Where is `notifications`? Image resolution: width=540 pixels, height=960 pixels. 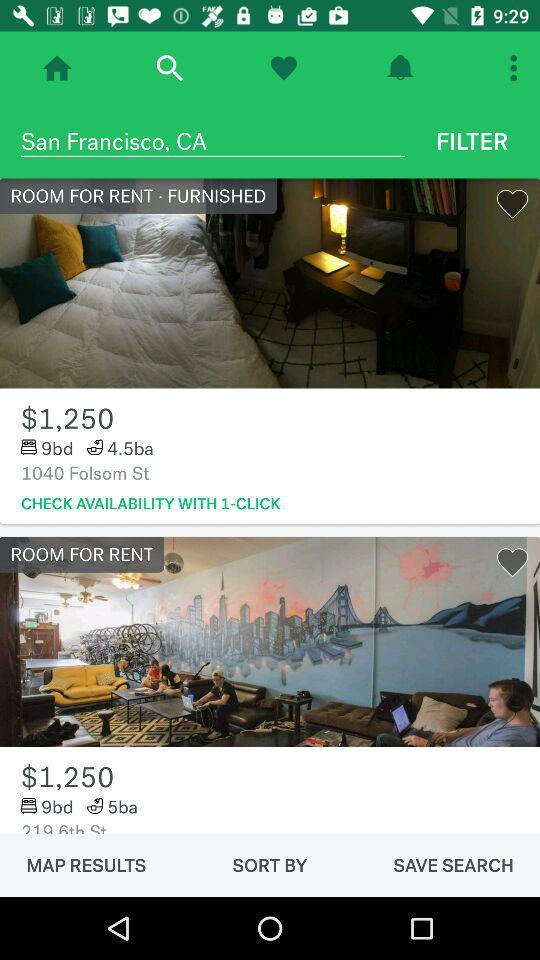 notifications is located at coordinates (400, 68).